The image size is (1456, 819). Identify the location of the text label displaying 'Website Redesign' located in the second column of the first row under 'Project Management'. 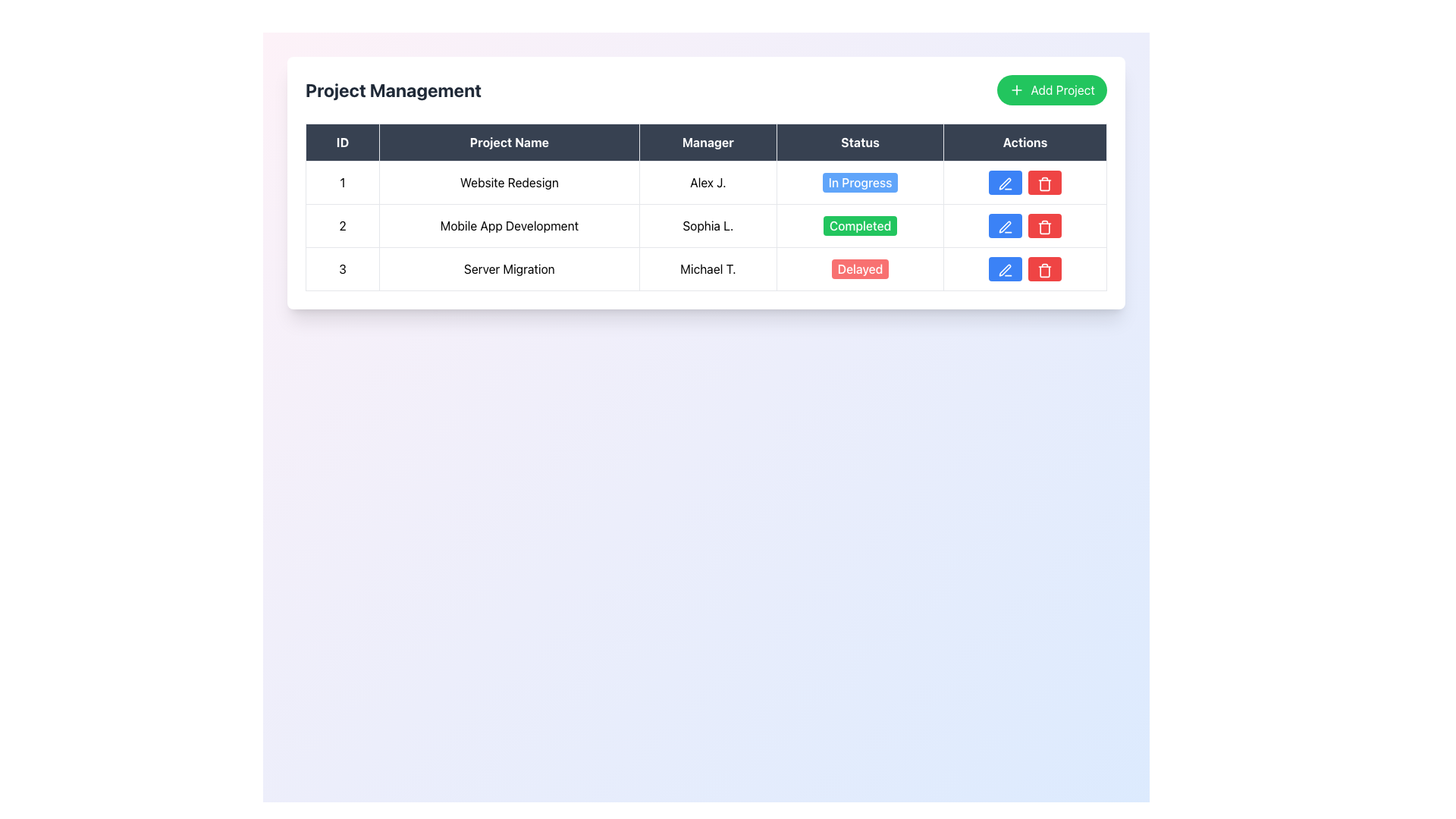
(509, 181).